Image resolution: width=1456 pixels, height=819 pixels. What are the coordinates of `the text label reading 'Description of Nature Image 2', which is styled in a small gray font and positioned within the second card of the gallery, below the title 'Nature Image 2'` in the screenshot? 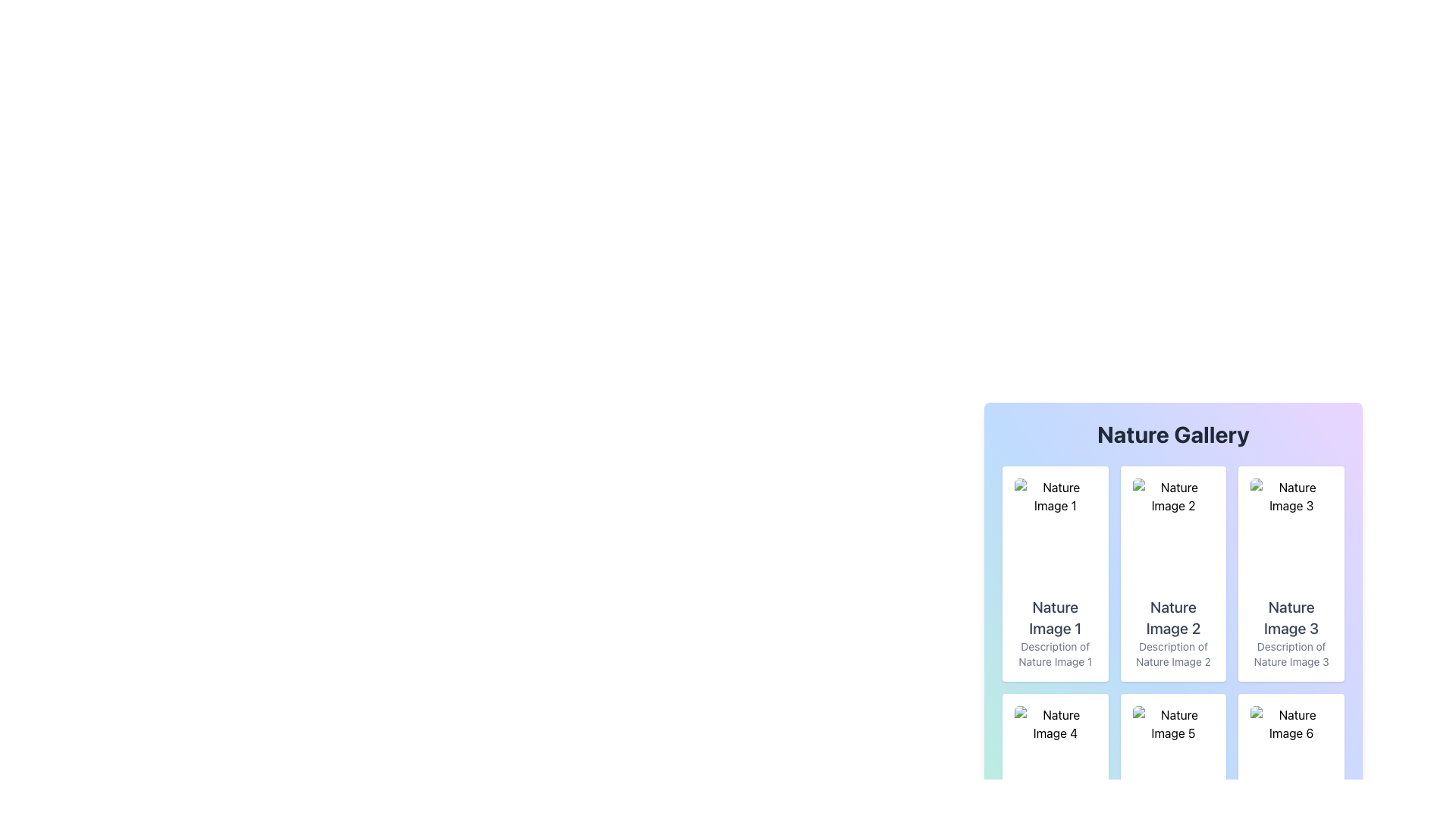 It's located at (1172, 654).